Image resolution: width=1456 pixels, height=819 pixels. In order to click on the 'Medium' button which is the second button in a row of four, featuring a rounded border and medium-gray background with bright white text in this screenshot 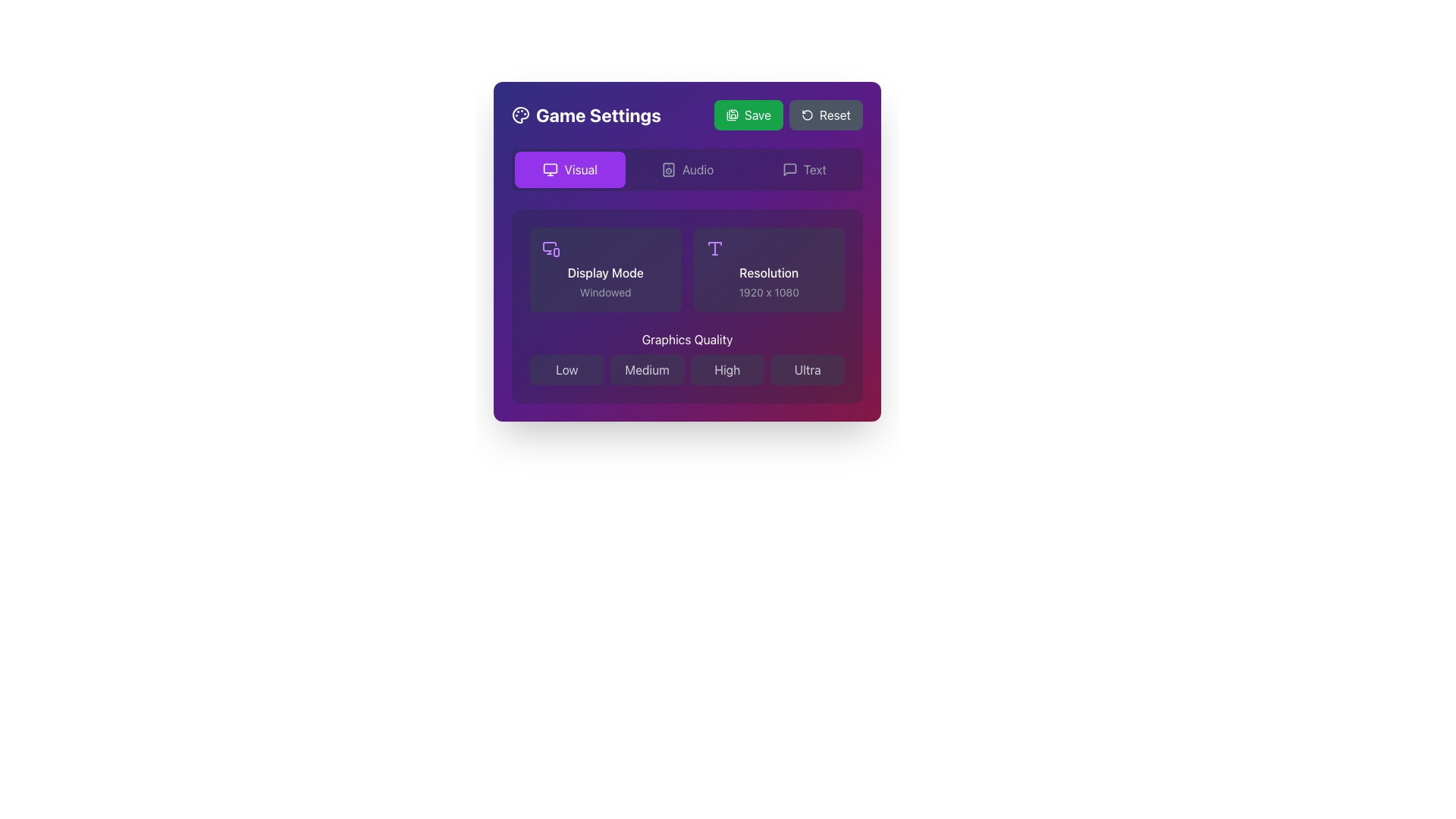, I will do `click(647, 370)`.